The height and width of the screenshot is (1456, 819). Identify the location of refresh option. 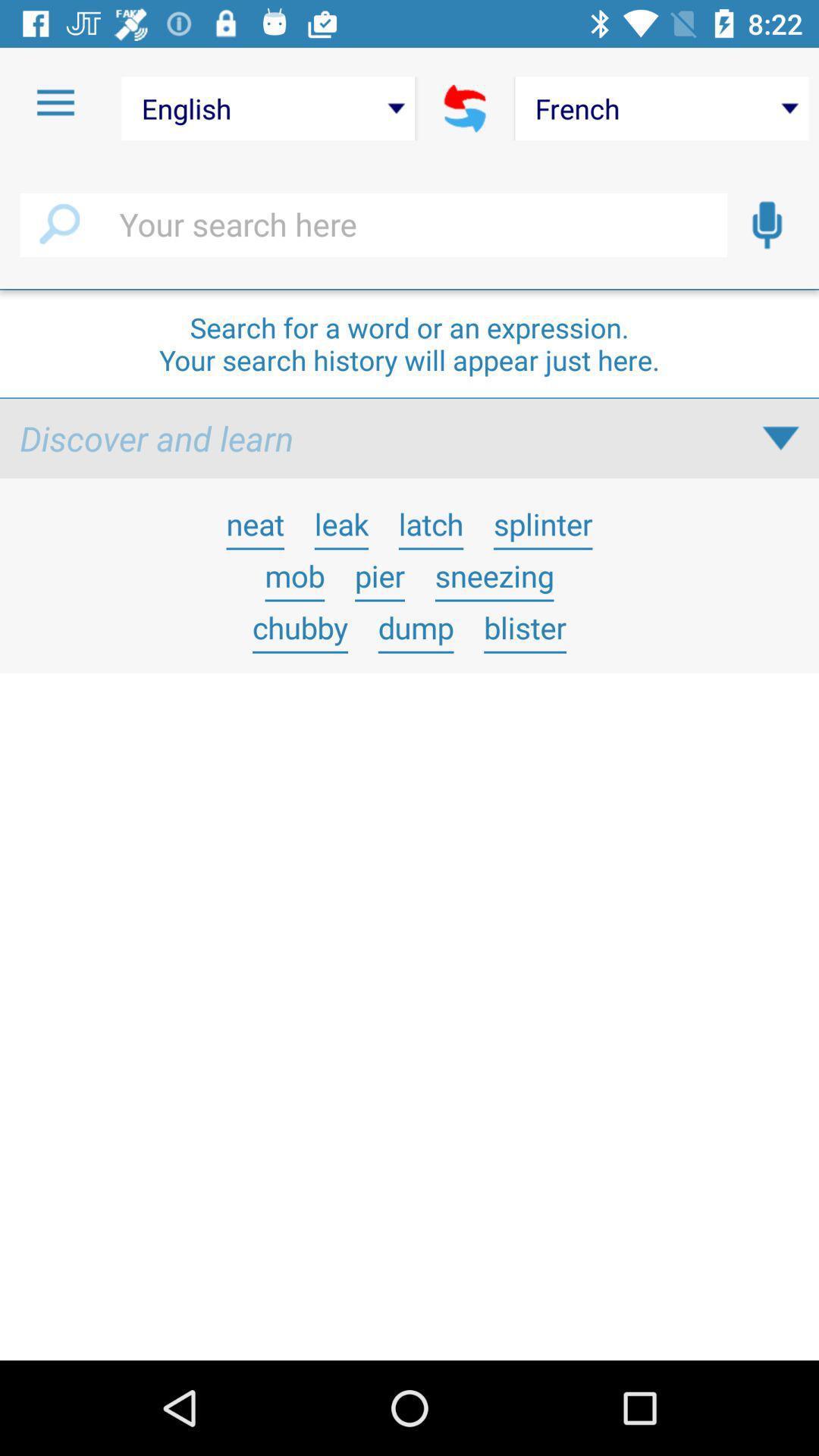
(464, 108).